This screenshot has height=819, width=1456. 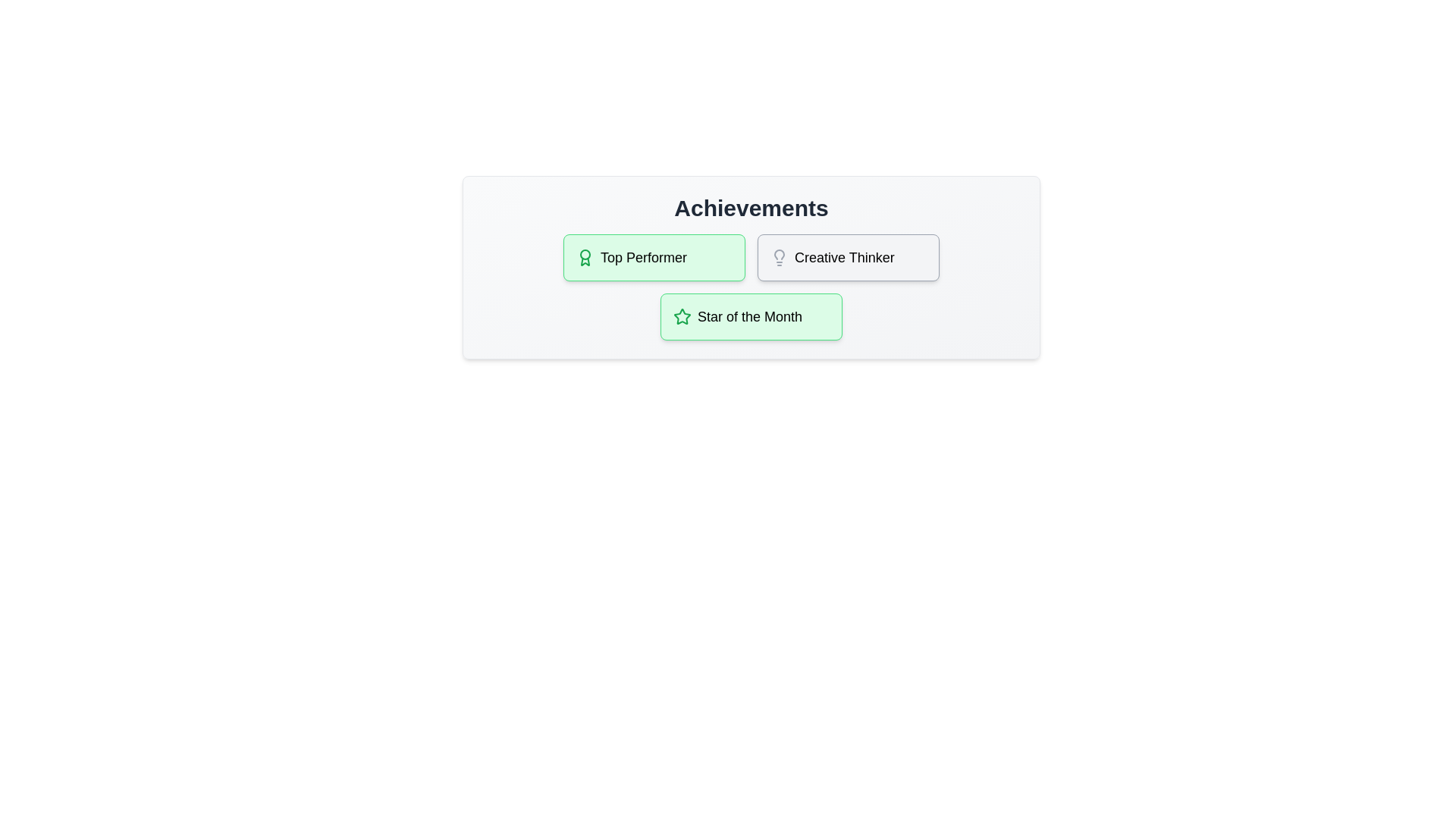 What do you see at coordinates (751, 267) in the screenshot?
I see `the list of achievements displayed in the component` at bounding box center [751, 267].